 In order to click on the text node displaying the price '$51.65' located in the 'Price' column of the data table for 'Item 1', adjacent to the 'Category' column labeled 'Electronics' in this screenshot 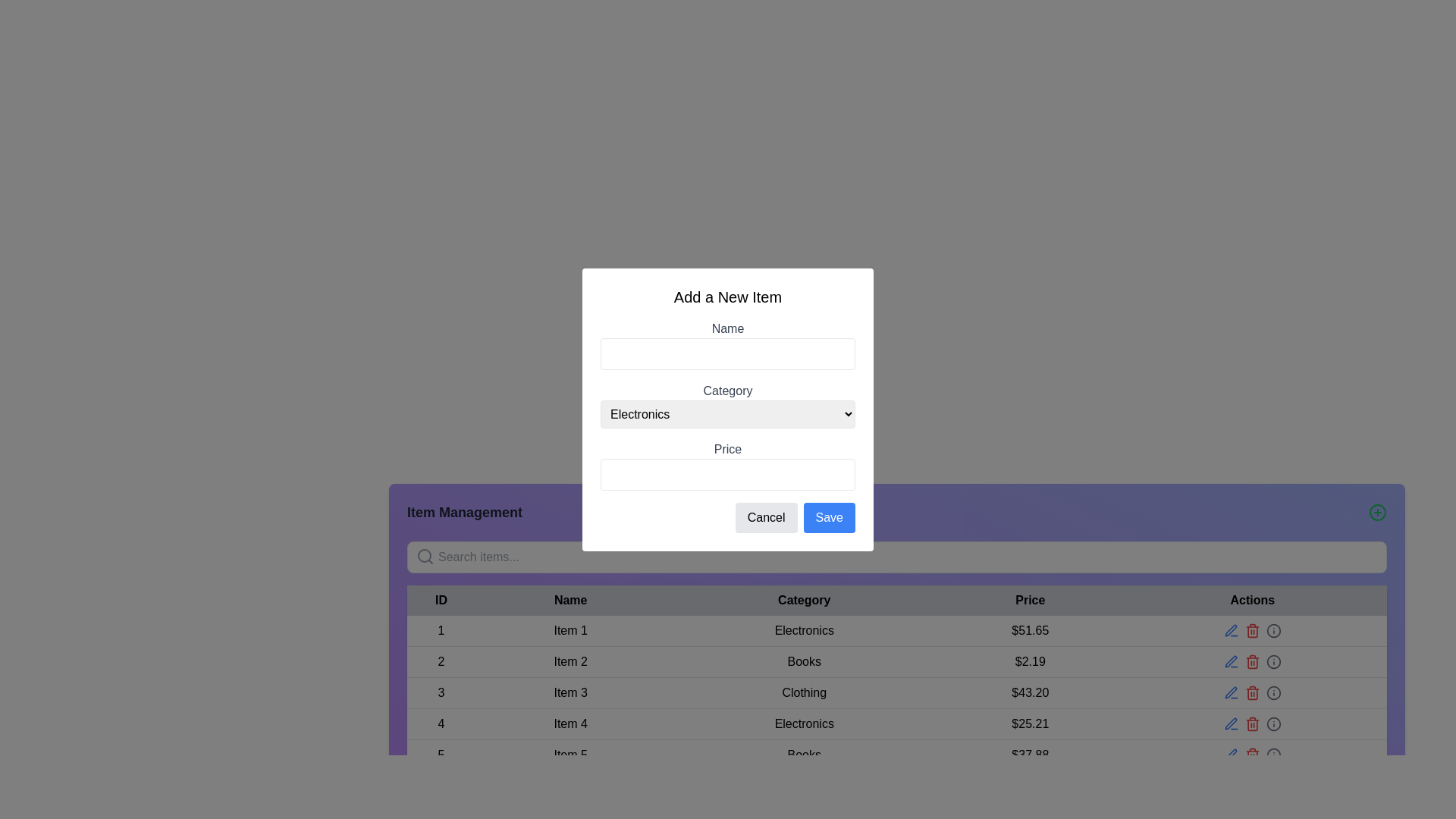, I will do `click(1030, 631)`.